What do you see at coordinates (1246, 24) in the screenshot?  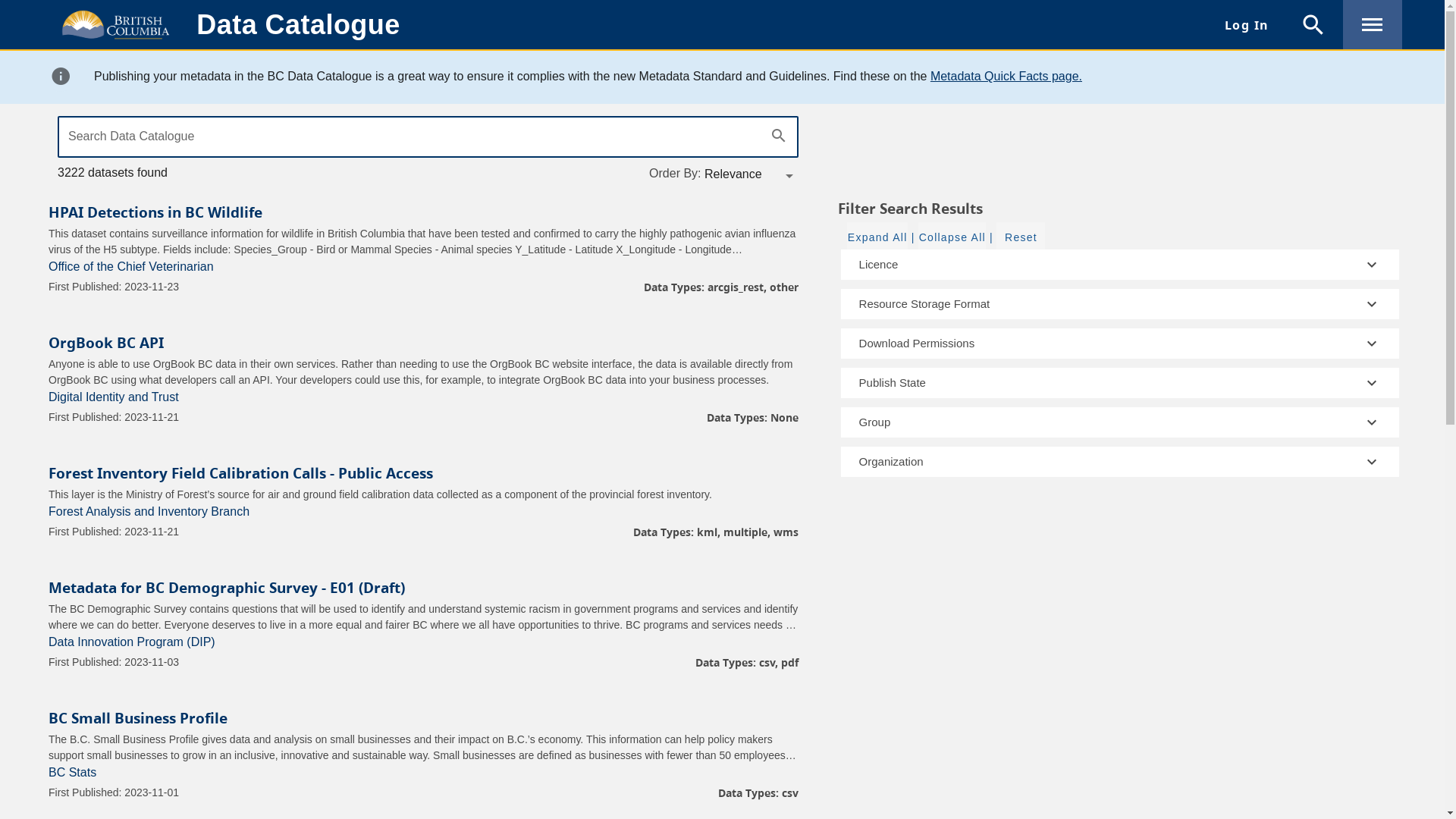 I see `'Log In'` at bounding box center [1246, 24].